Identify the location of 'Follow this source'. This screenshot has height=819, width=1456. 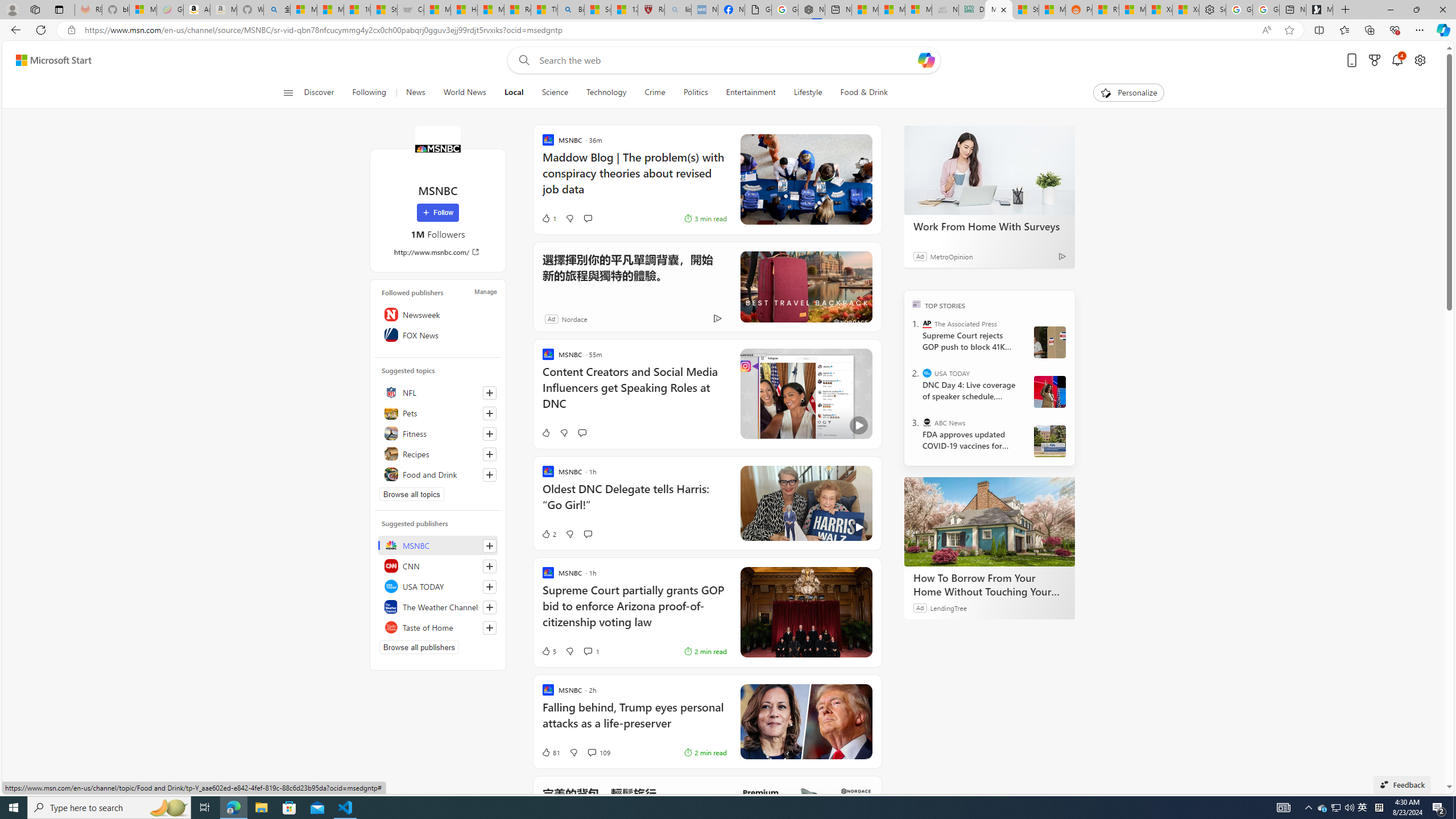
(489, 627).